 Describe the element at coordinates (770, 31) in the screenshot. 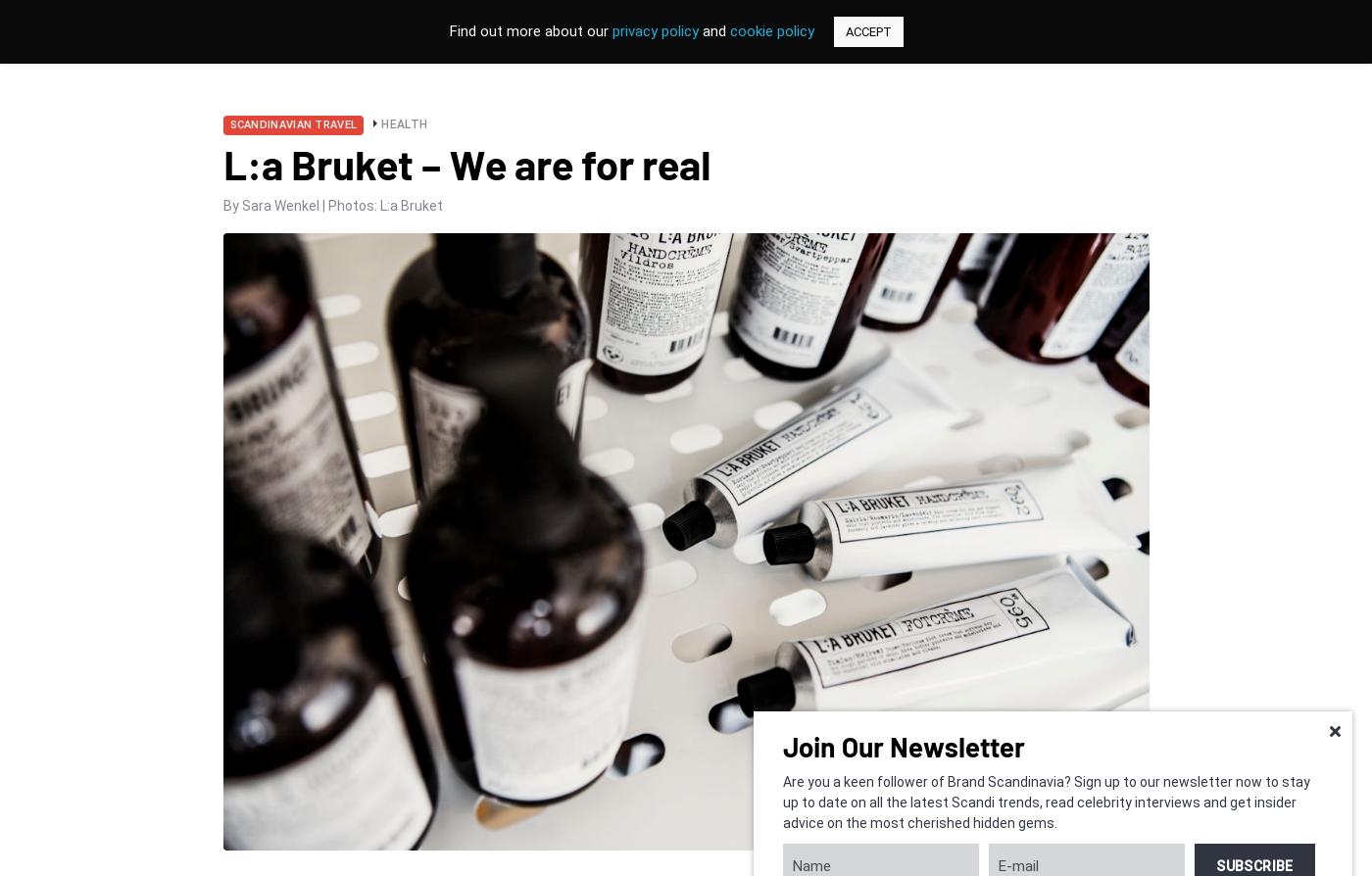

I see `'cookie policy'` at that location.